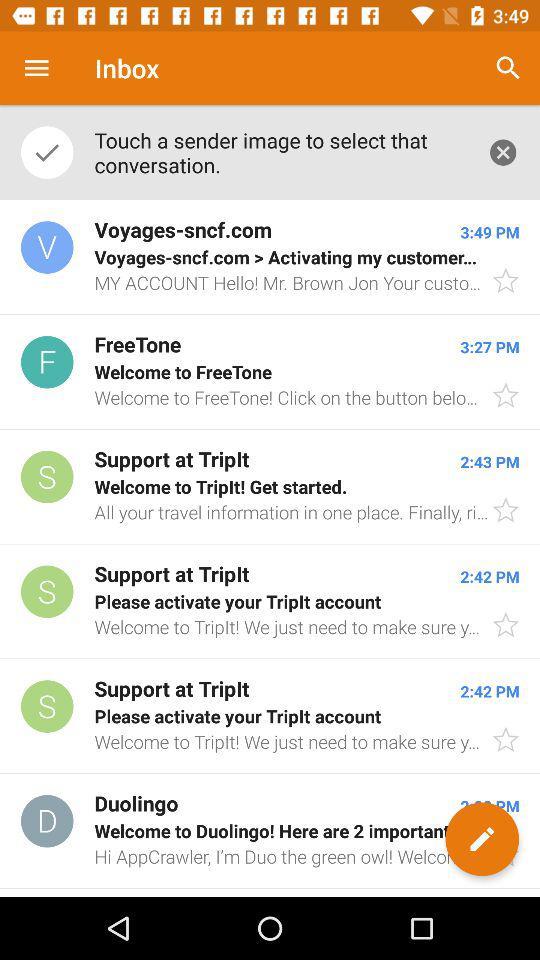 This screenshot has height=960, width=540. I want to click on the item below the touch a sender, so click(270, 256).